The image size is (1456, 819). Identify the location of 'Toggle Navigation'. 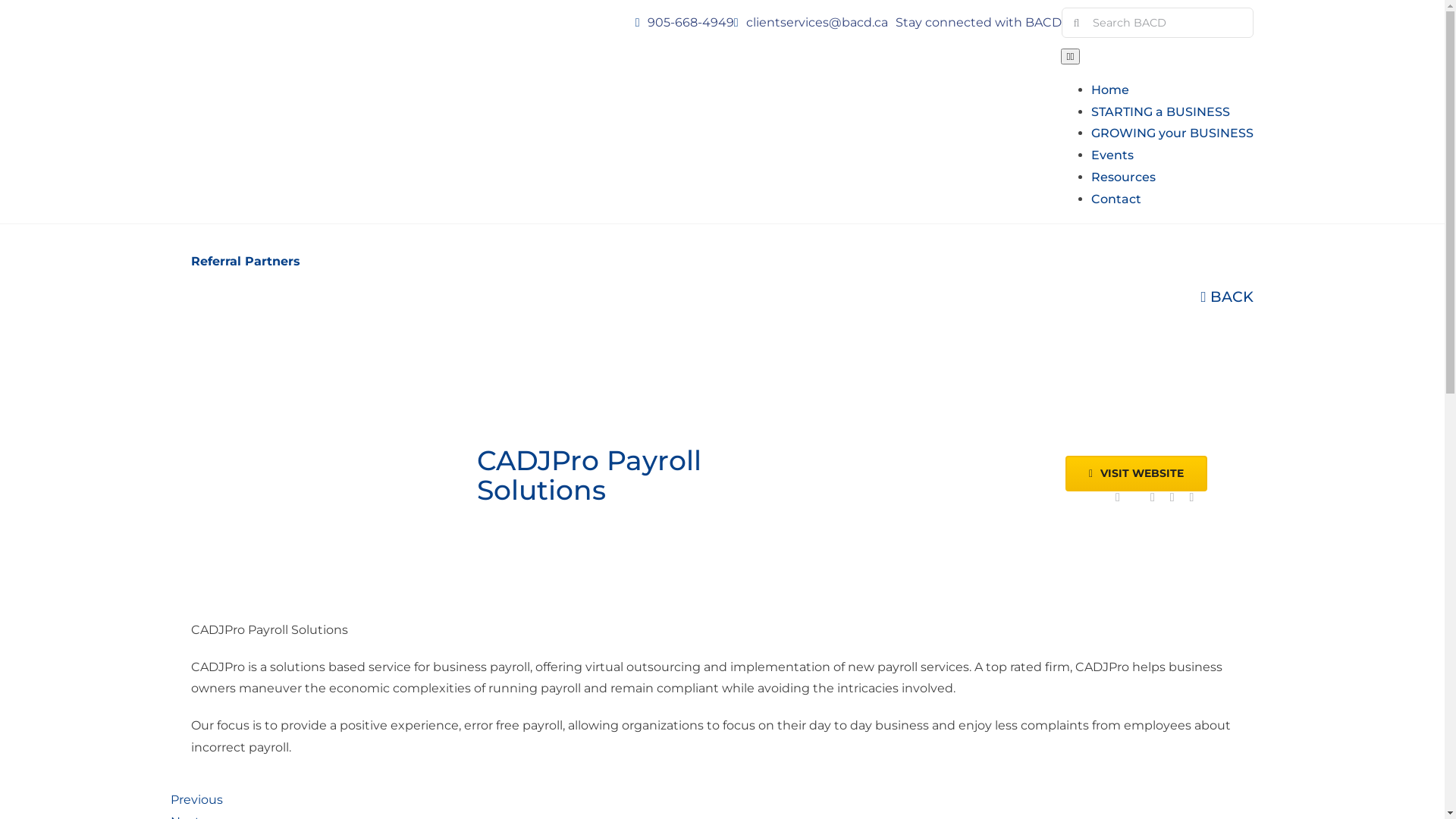
(1069, 55).